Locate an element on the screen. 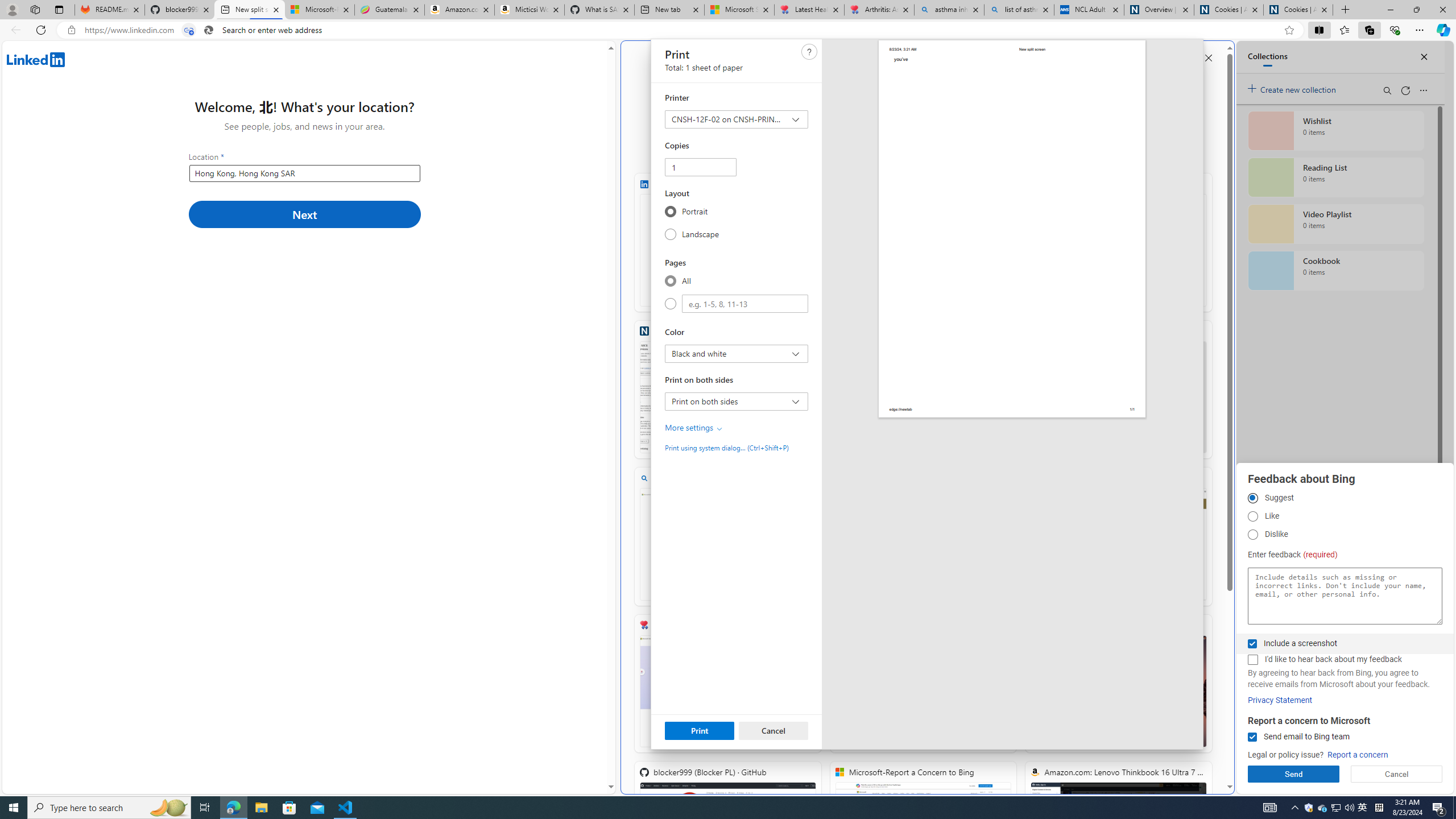 The width and height of the screenshot is (1456, 819). 'Need help' is located at coordinates (809, 51).